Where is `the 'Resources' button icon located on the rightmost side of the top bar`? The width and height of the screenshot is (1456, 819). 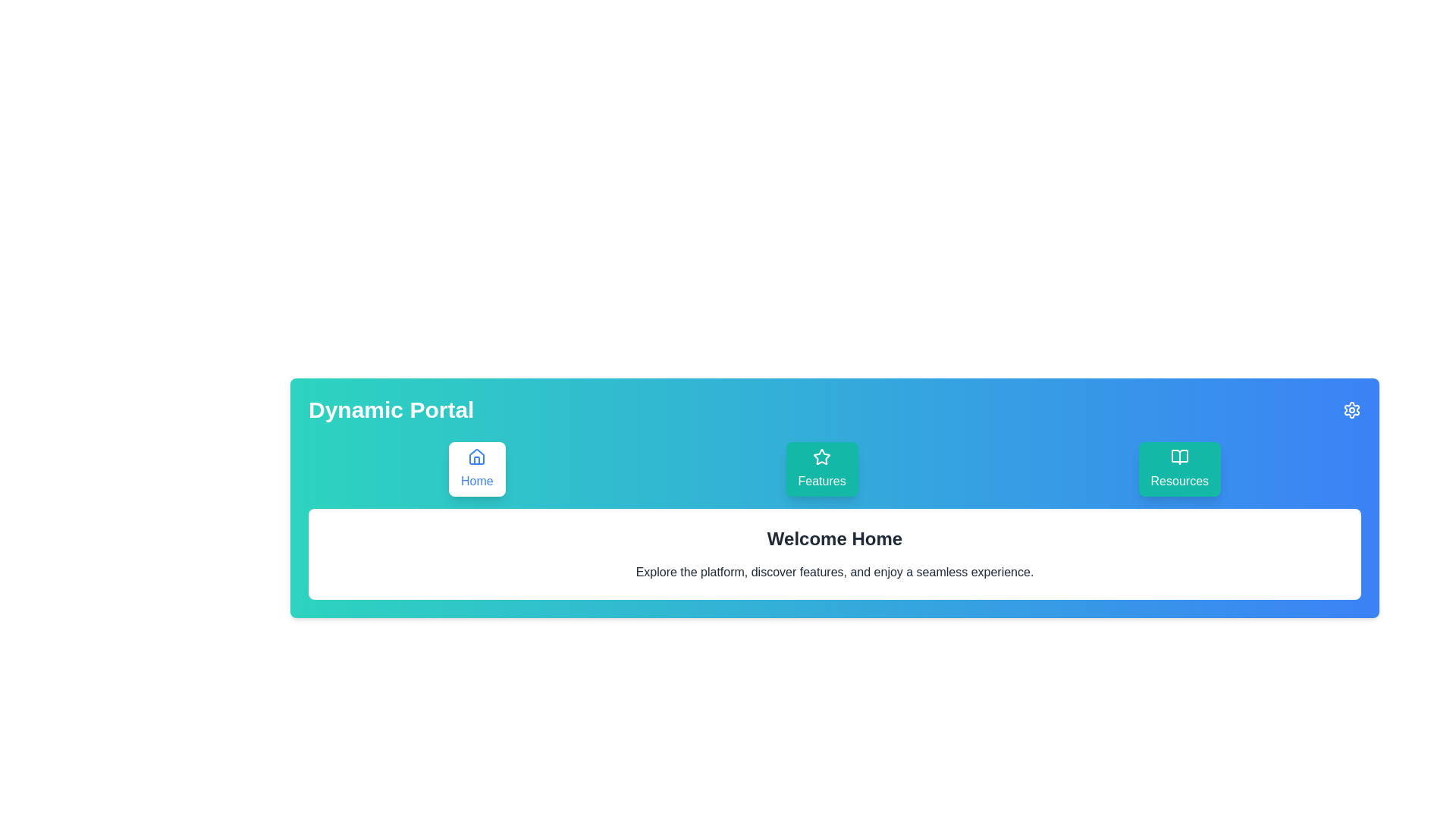 the 'Resources' button icon located on the rightmost side of the top bar is located at coordinates (1178, 456).